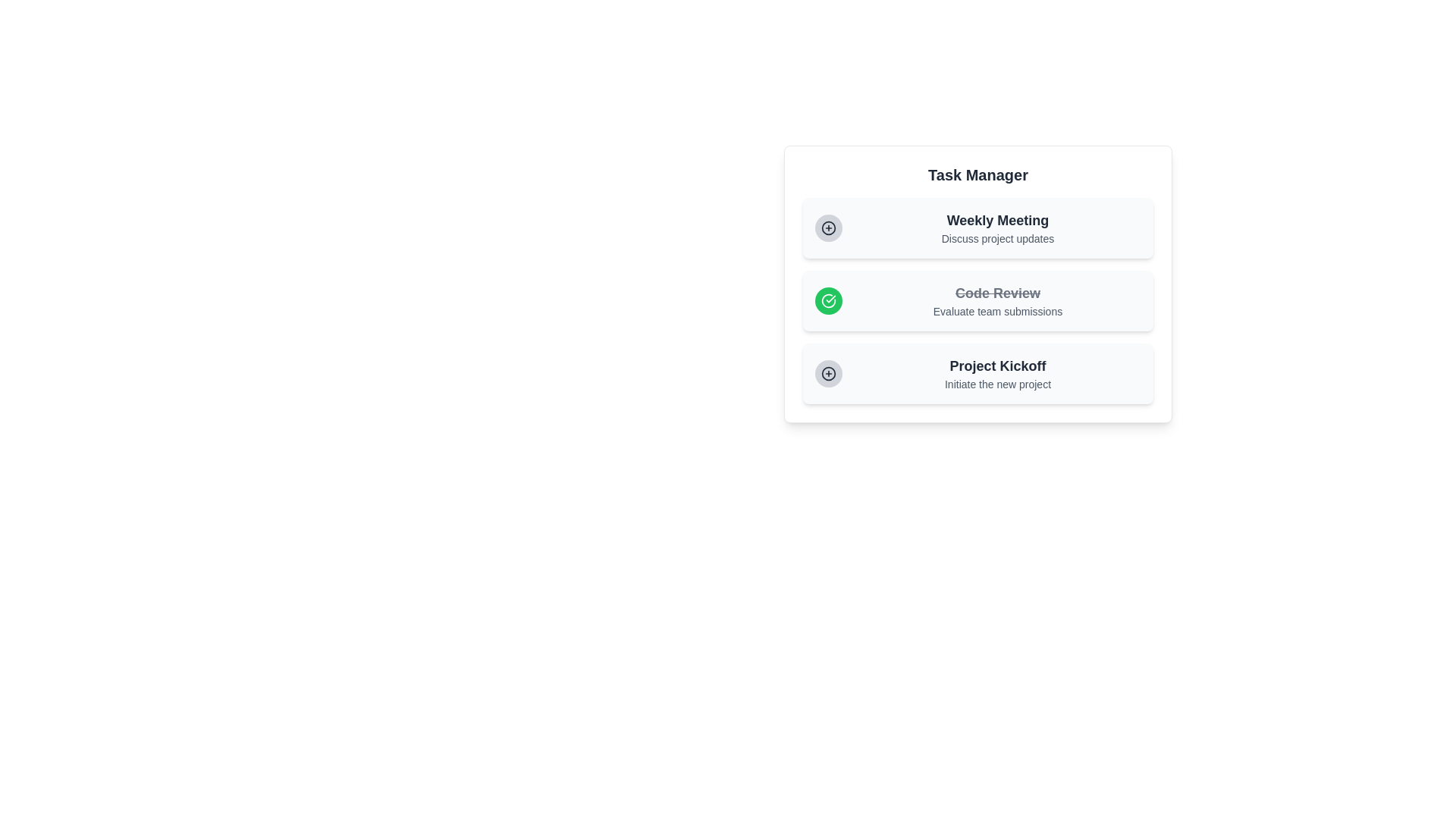 This screenshot has width=1456, height=819. I want to click on text content of the label displaying 'Discuss project updates', which is styled in gray and positioned below 'Weekly Meeting' in the Task Manager interface, so click(997, 239).